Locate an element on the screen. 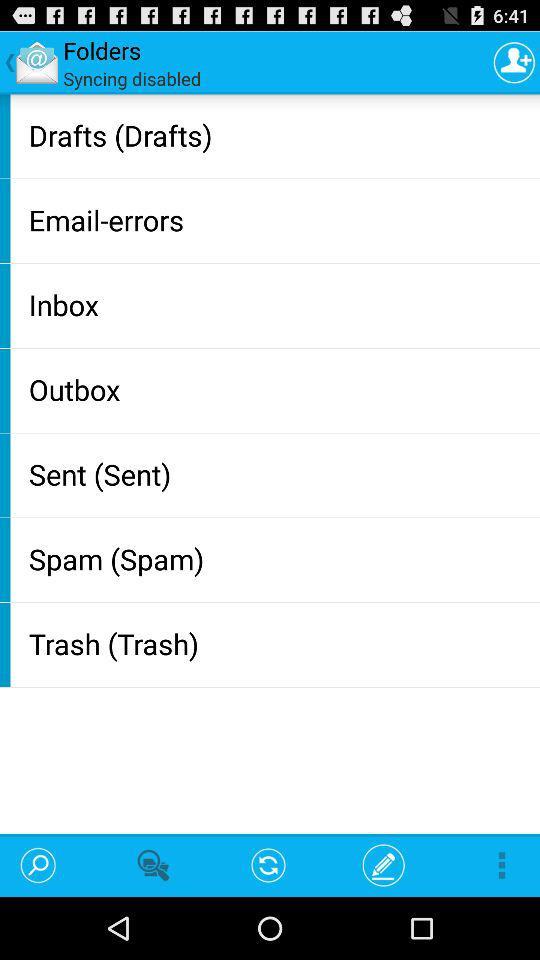  sync login is located at coordinates (514, 62).